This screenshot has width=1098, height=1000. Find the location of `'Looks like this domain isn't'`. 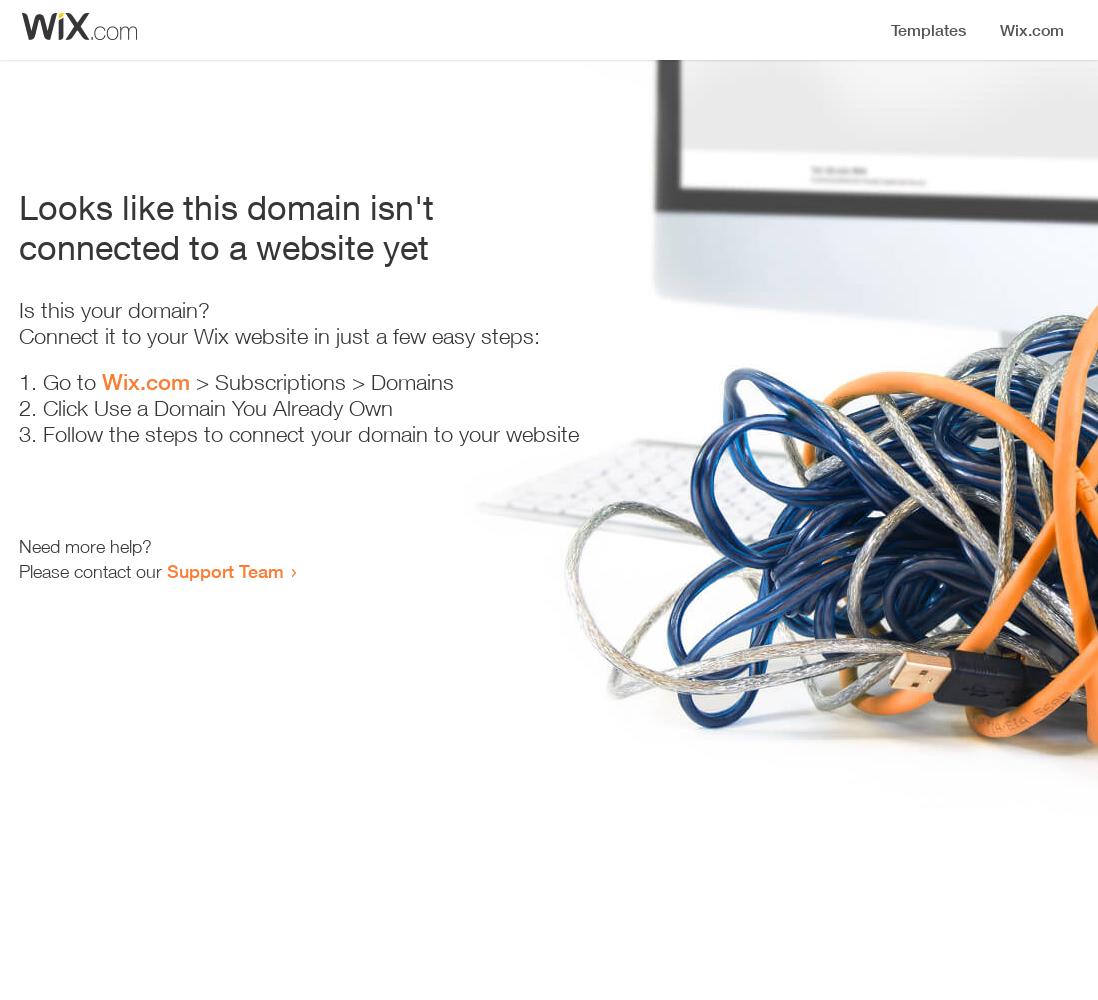

'Looks like this domain isn't' is located at coordinates (225, 206).